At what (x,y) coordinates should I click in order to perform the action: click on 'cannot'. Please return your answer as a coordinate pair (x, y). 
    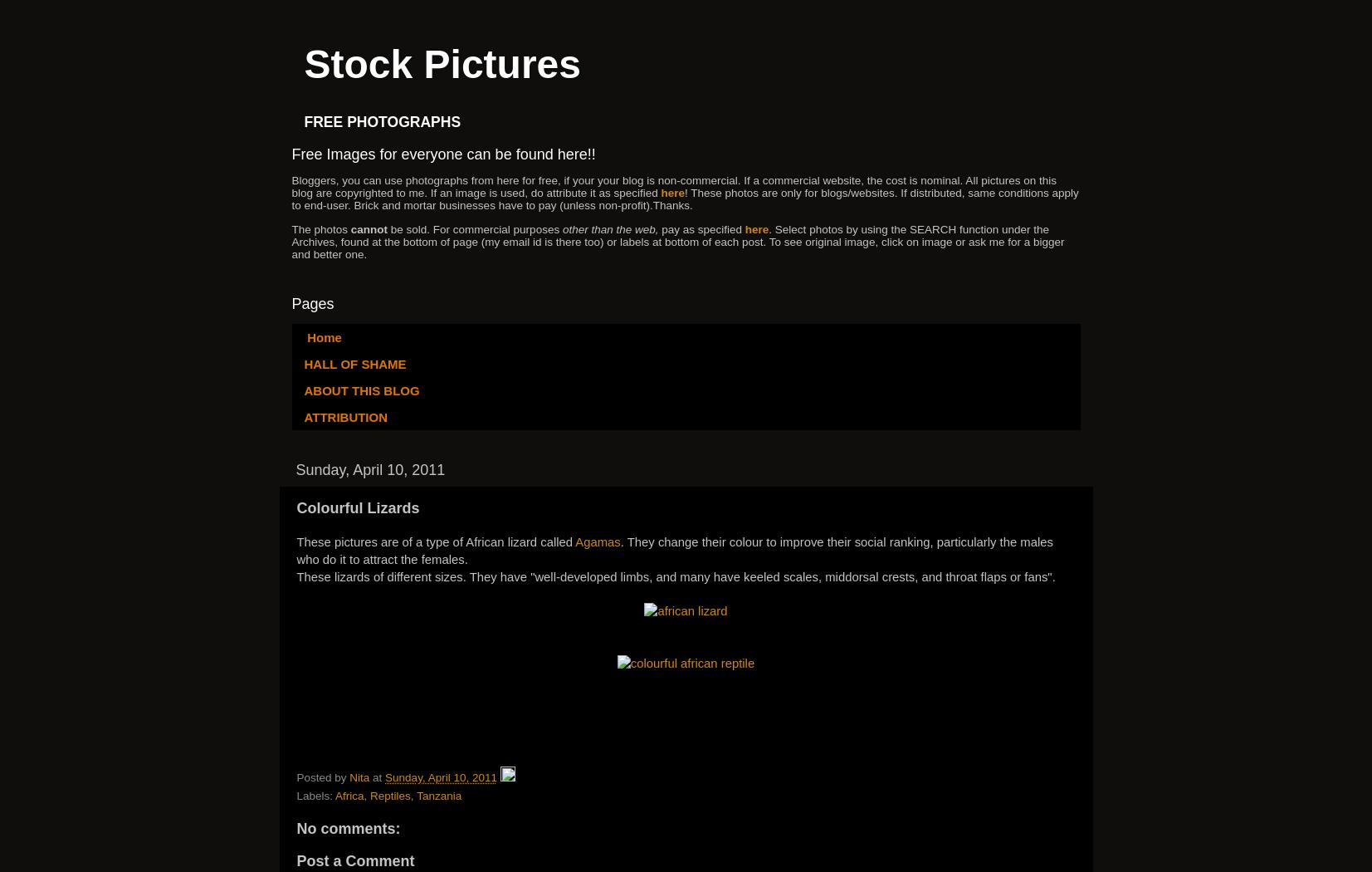
    Looking at the image, I should click on (369, 228).